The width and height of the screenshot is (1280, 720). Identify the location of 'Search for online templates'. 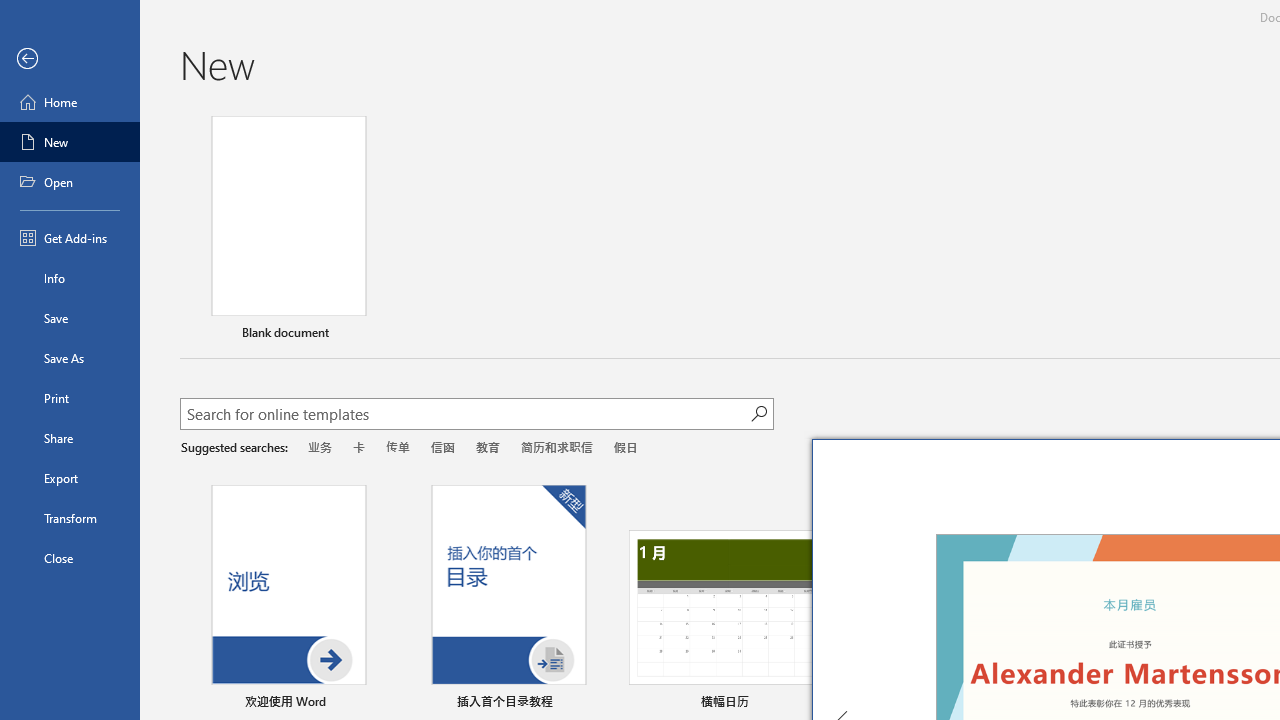
(464, 415).